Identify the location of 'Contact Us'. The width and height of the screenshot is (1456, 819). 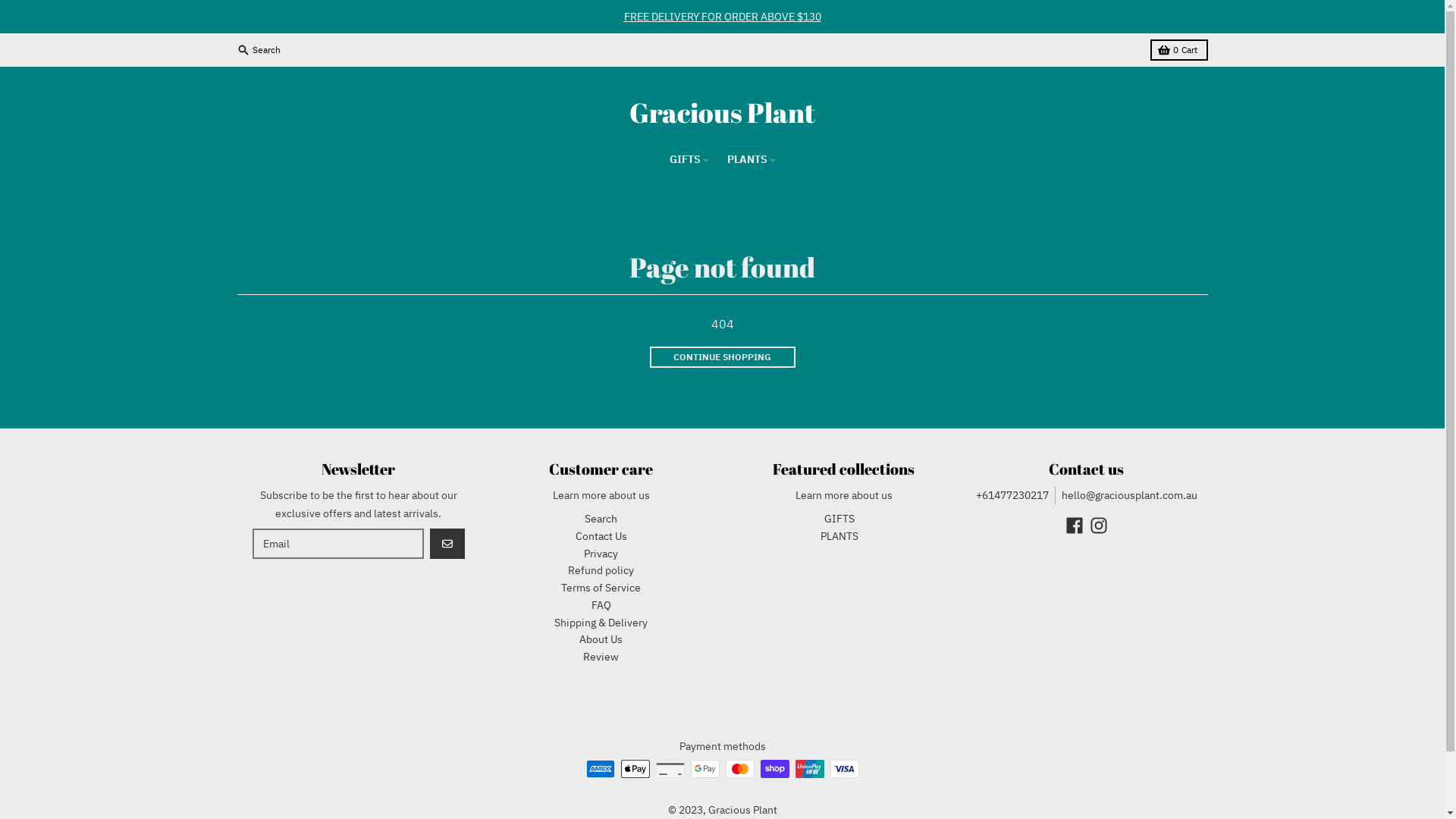
(600, 535).